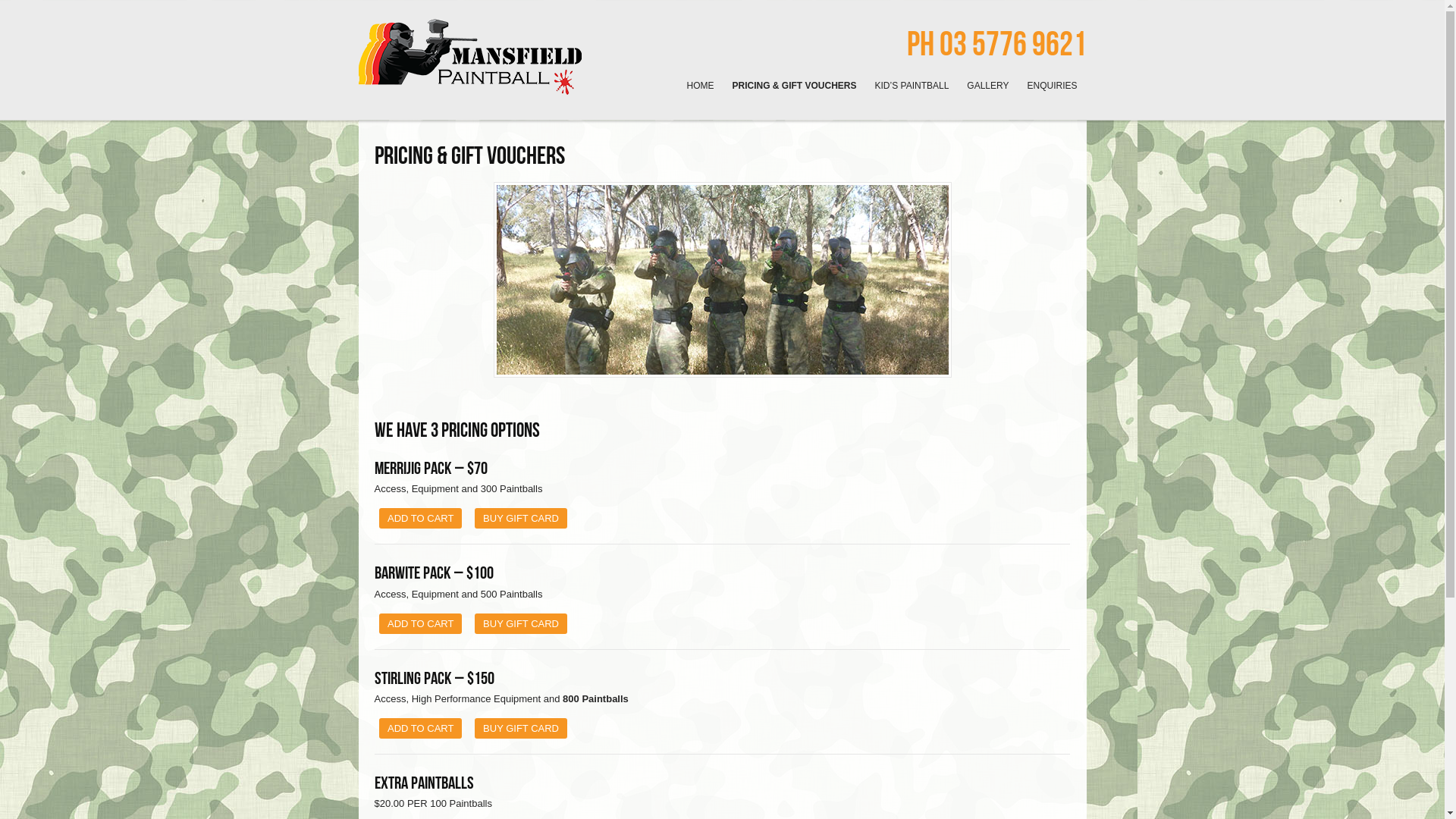 The width and height of the screenshot is (1456, 819). I want to click on 'BUY GIFT CARD', so click(520, 727).